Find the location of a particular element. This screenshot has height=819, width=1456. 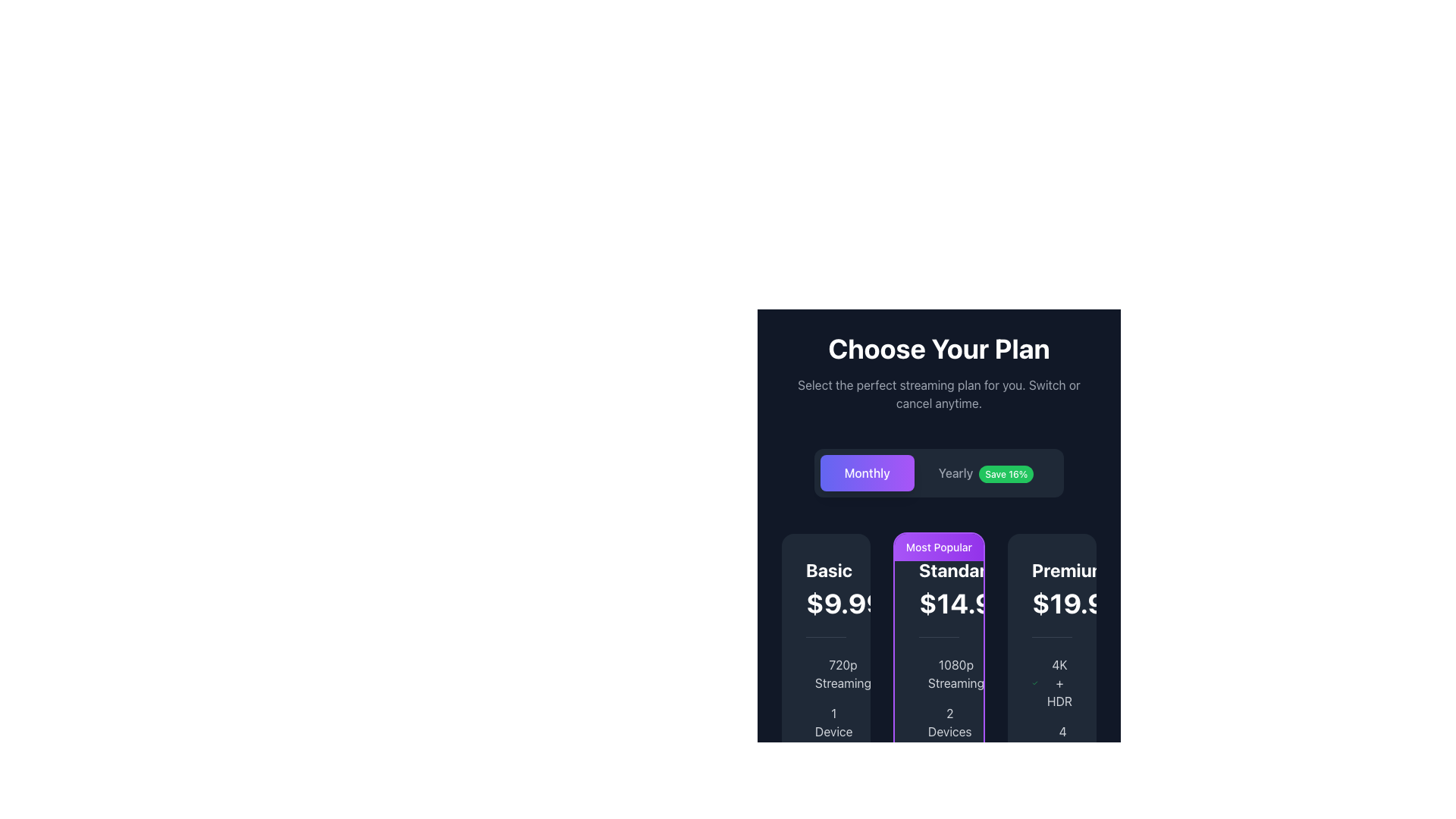

the text element that displays the monthly price for the Premium subscription plan, located in the rightmost column of the pricing table below the title 'Premium' is located at coordinates (1051, 602).